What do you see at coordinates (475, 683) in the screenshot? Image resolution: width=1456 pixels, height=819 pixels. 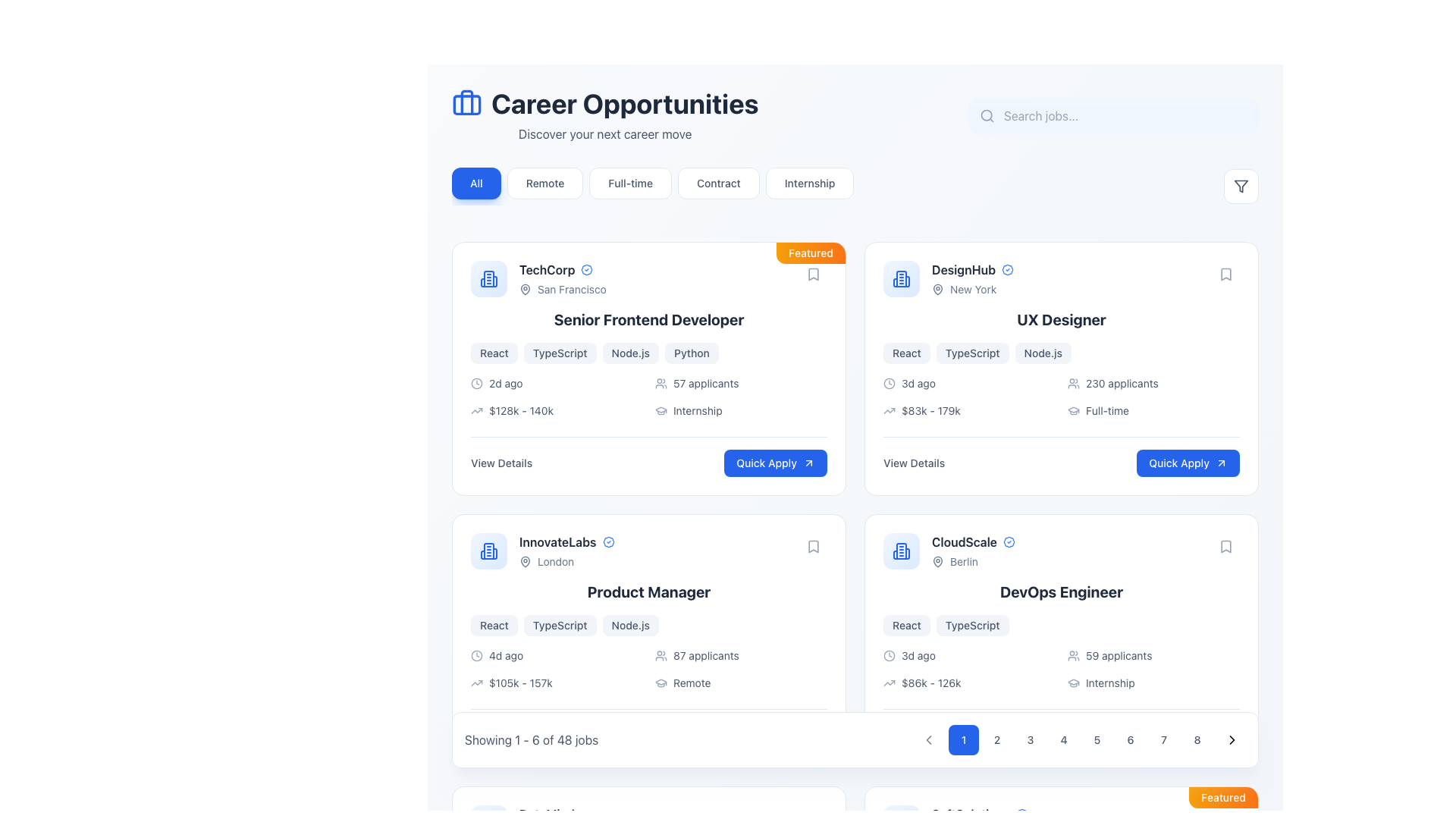 I see `the small upward trending graph icon, which is slate-gray and located to the left of the text '$105k - 157k' in the job listing for 'Product Manager' from 'InnovateLabs'` at bounding box center [475, 683].